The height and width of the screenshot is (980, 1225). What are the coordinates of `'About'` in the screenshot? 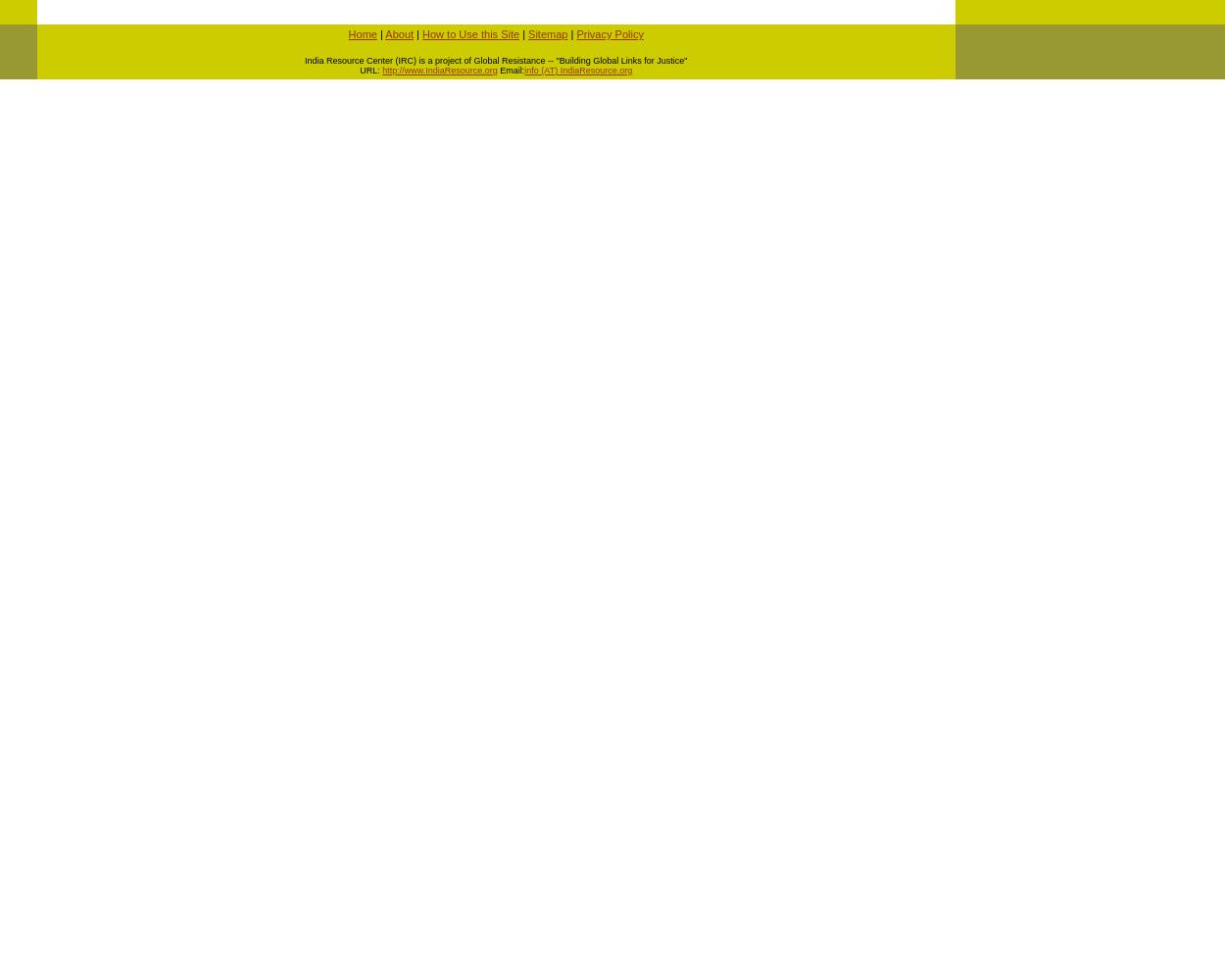 It's located at (385, 34).